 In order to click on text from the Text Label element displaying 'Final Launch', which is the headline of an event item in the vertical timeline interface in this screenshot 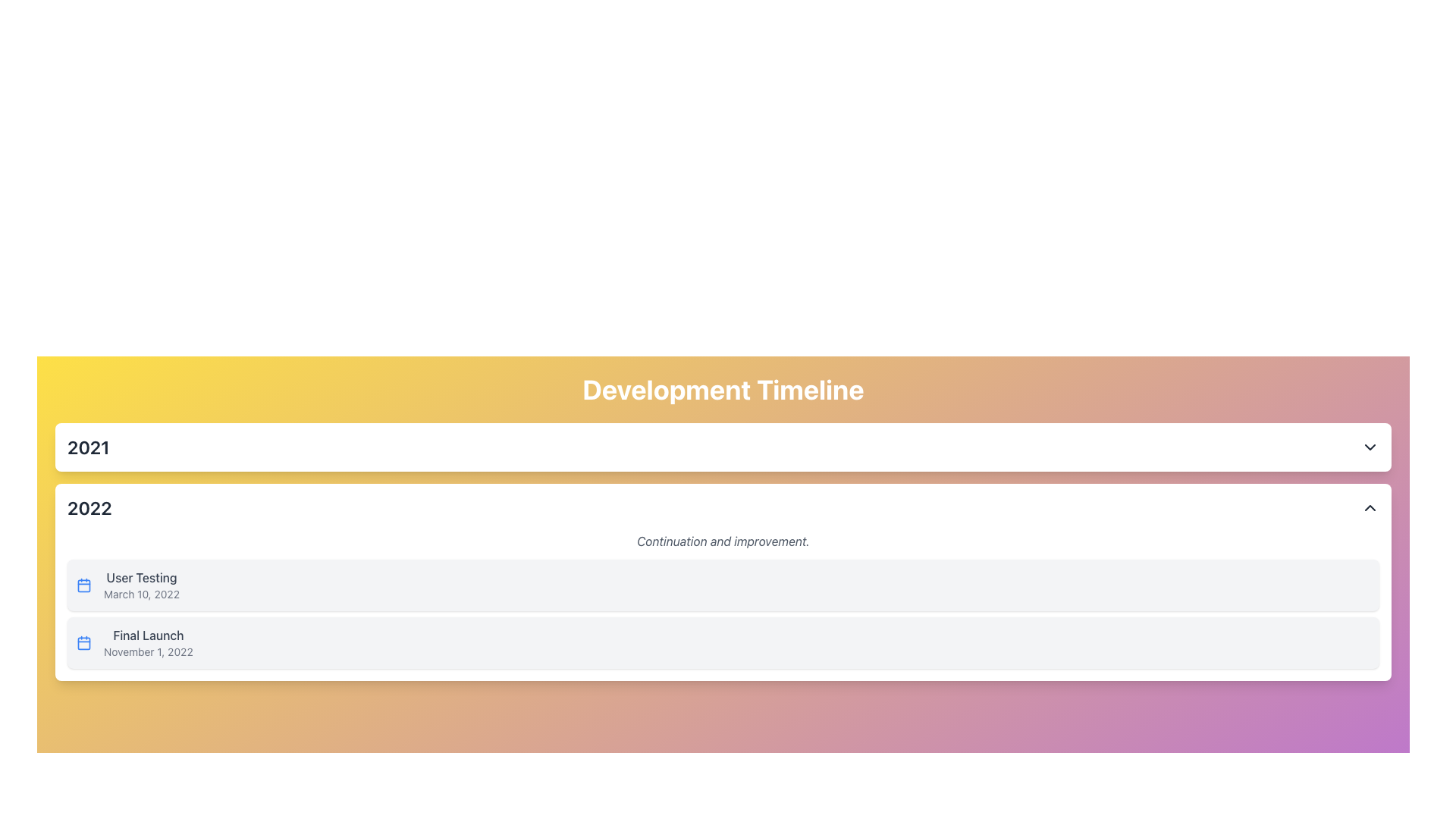, I will do `click(148, 635)`.